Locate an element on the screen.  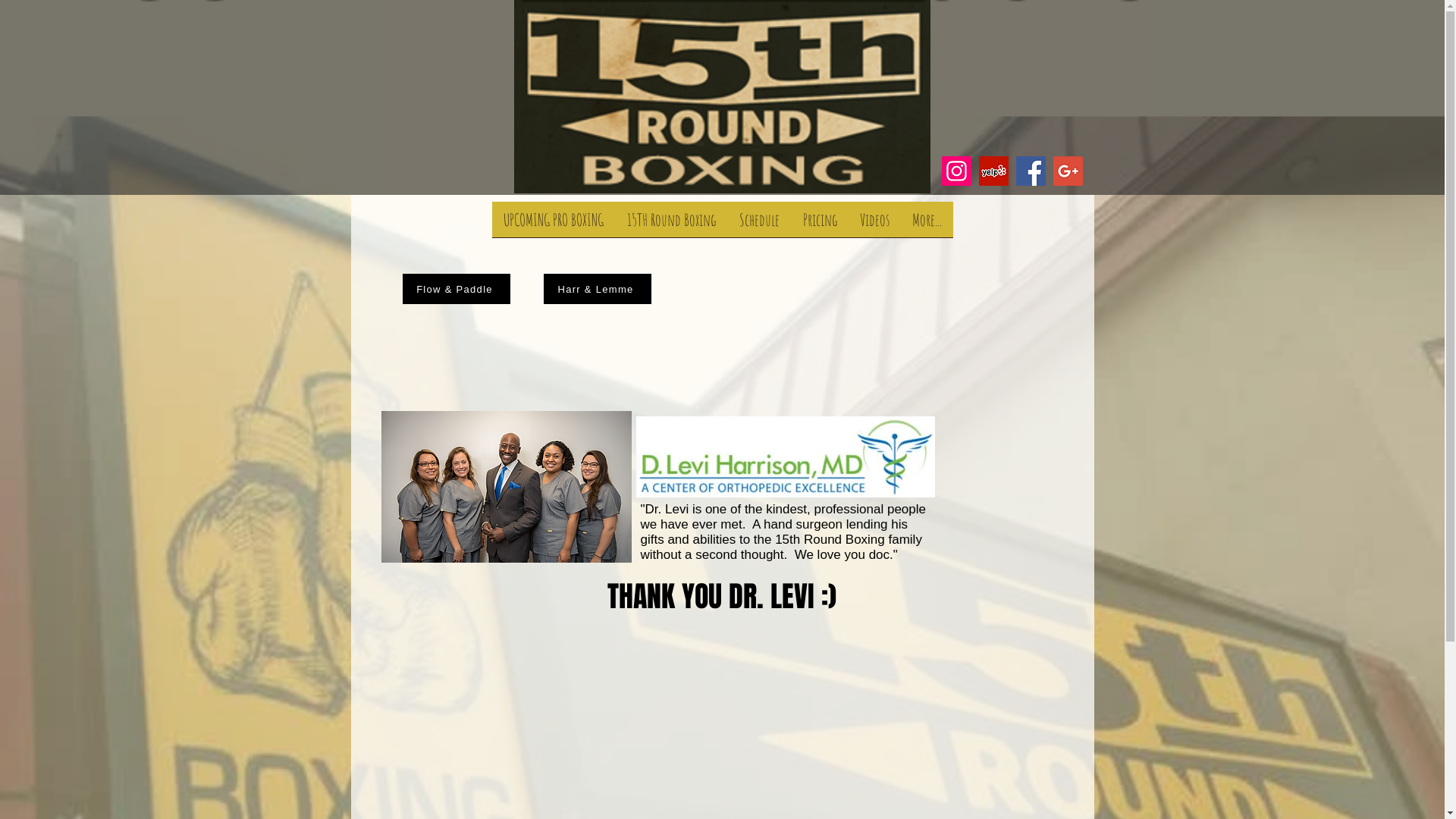
'15th orgnl.png' is located at coordinates (721, 96).